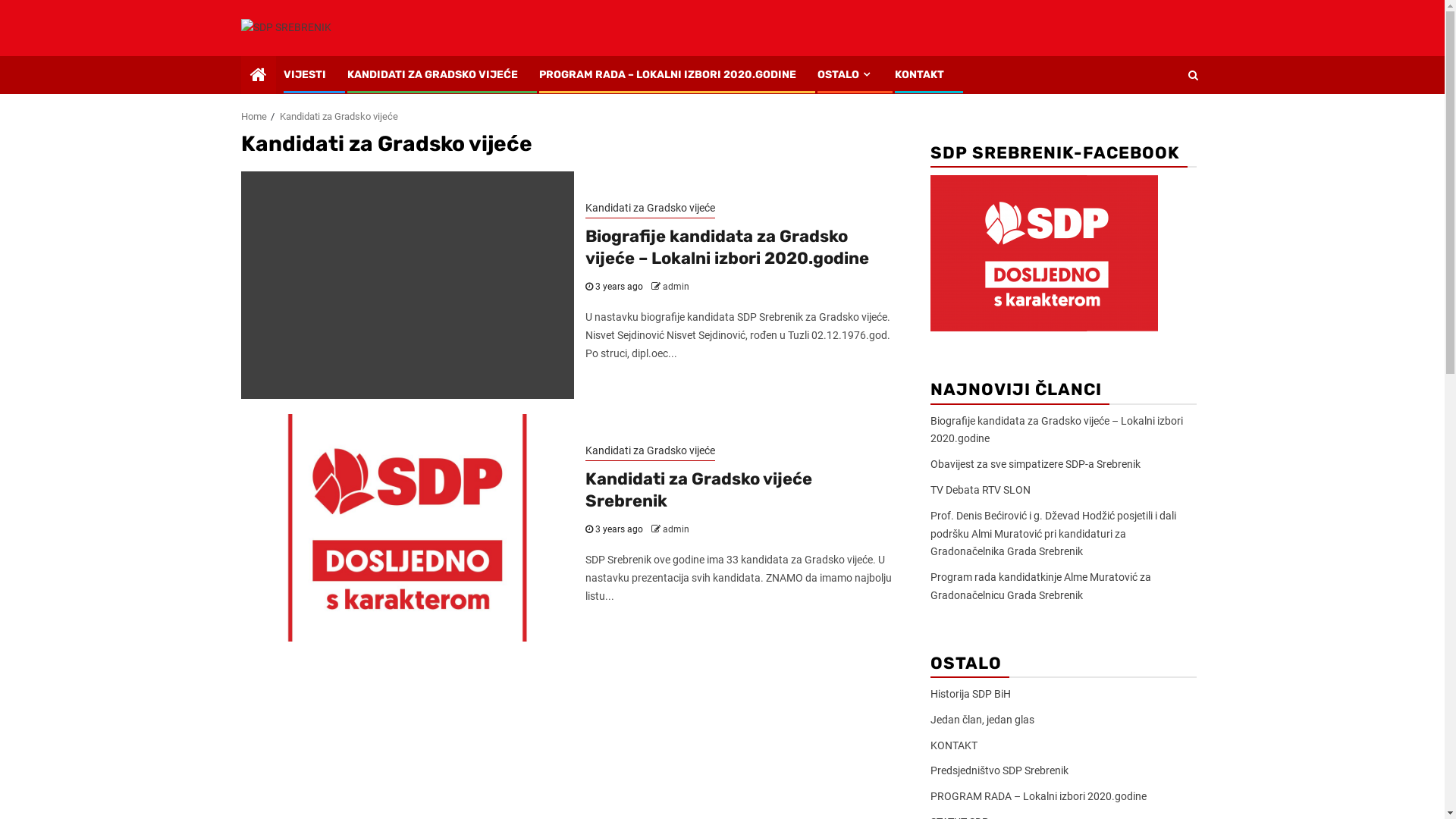 The image size is (1456, 819). I want to click on 'Obavijest za sve simpatizere SDP-a Srebrenik', so click(1034, 463).